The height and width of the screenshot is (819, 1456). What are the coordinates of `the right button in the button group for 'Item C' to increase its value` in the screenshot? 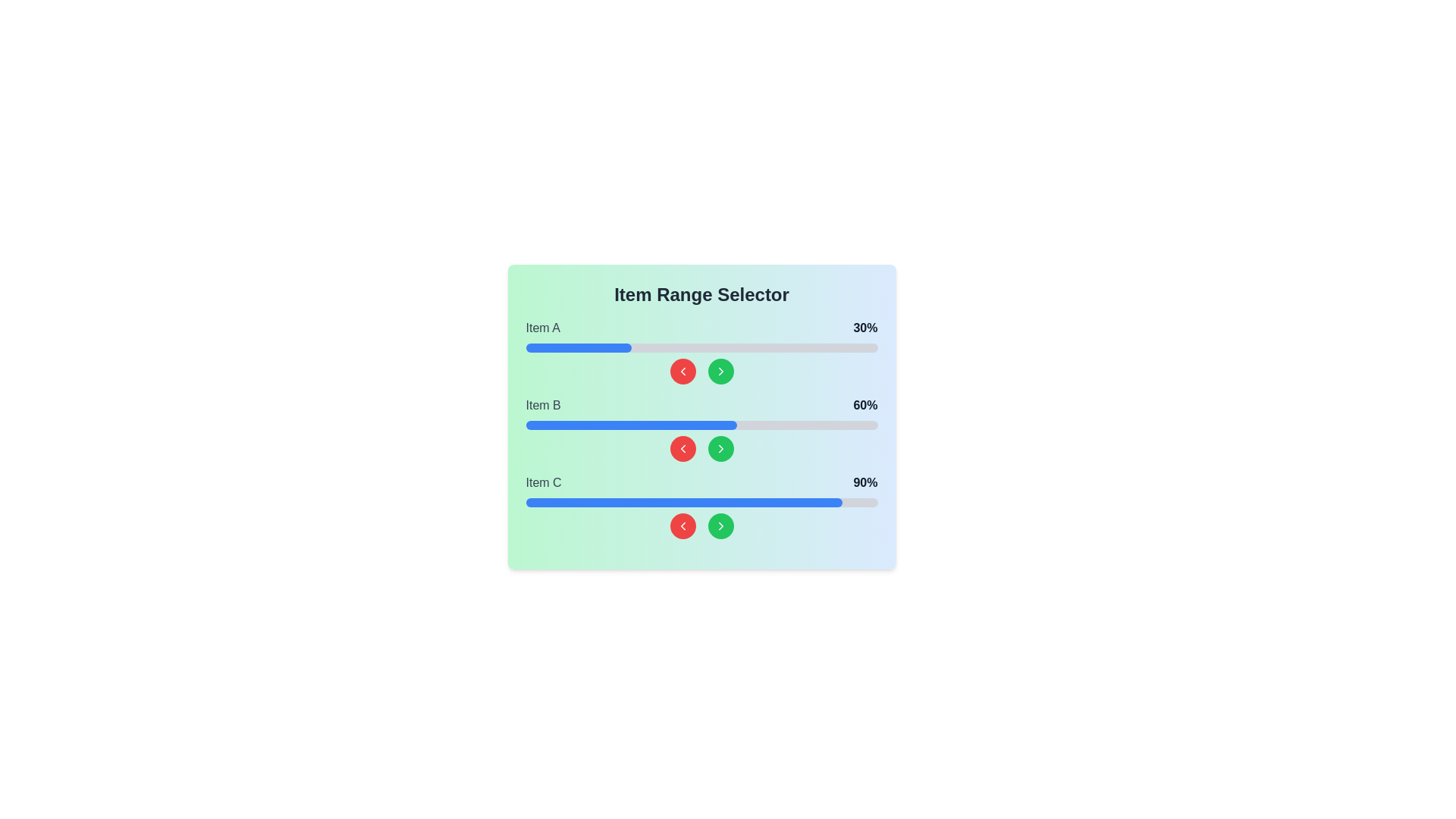 It's located at (701, 526).